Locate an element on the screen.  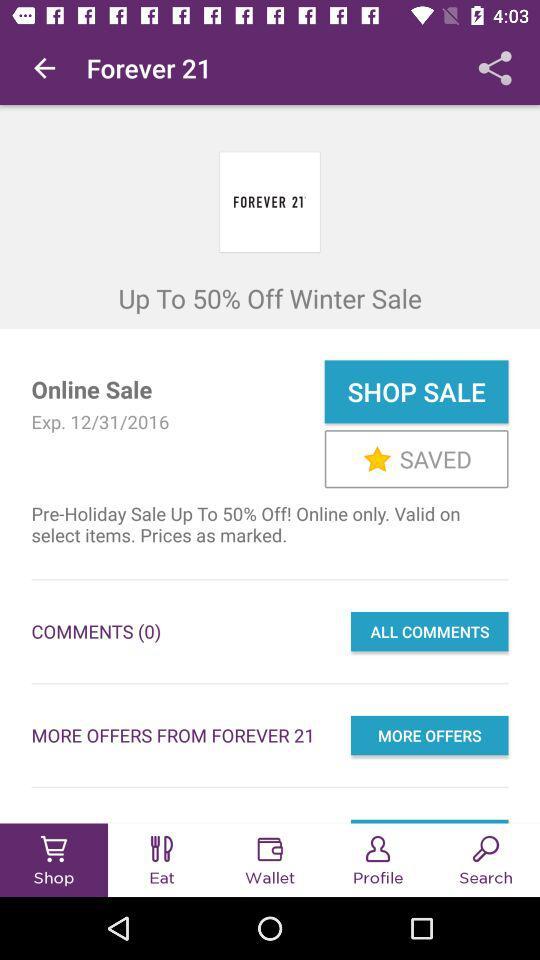
the app next to the forever 21 item is located at coordinates (494, 68).